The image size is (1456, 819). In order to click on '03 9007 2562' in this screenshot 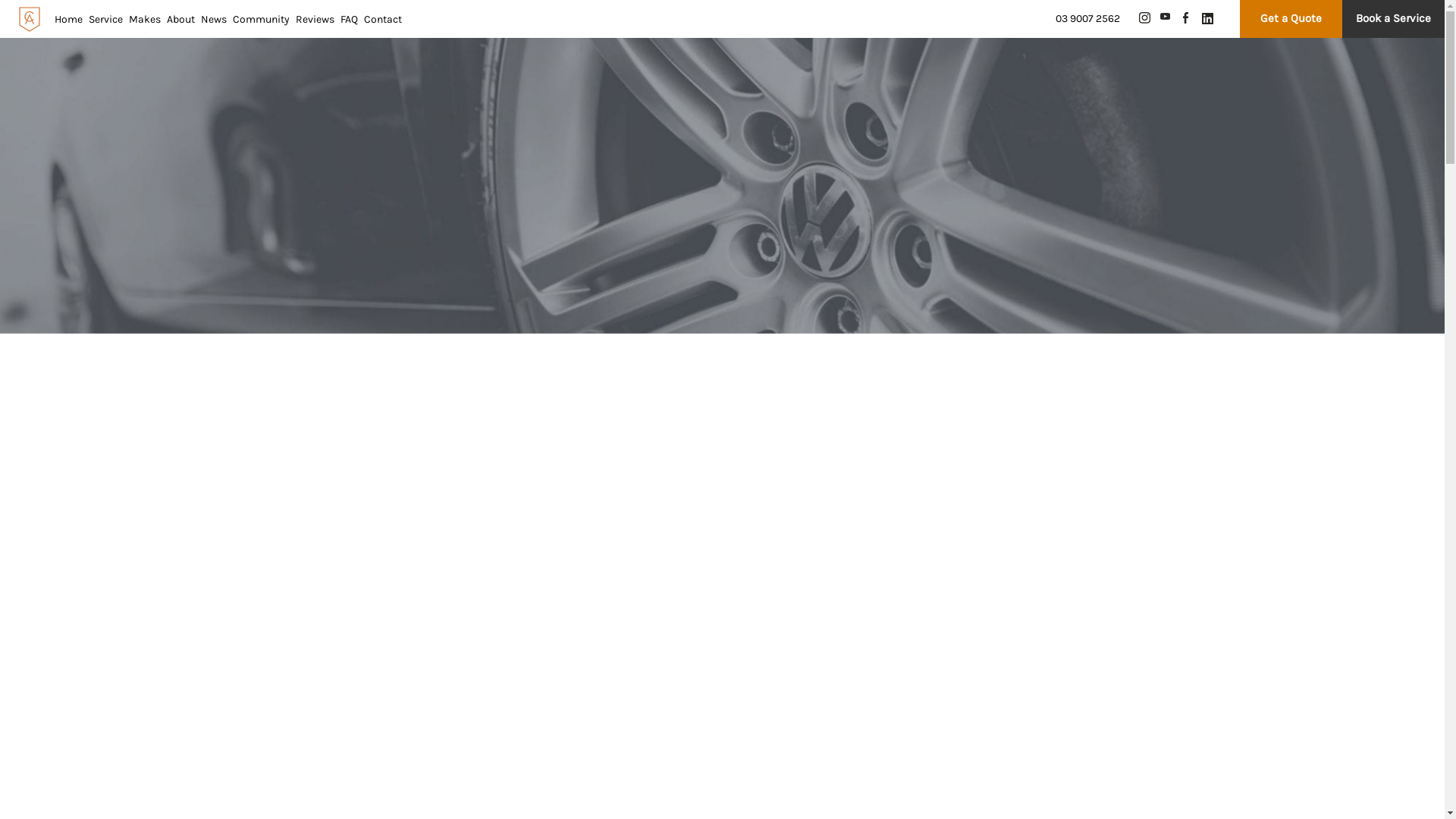, I will do `click(1087, 18)`.